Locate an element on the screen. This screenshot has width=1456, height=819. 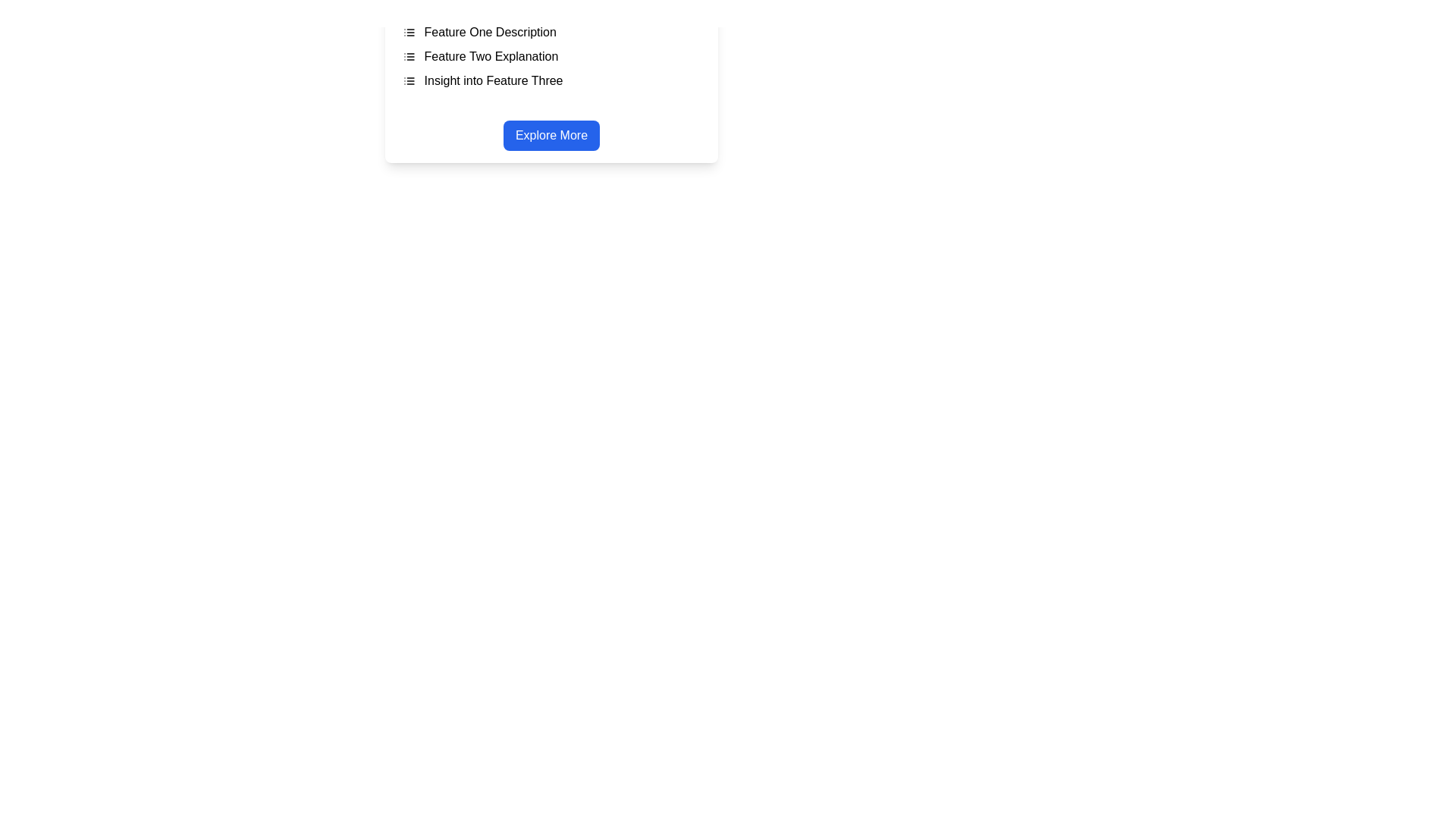
the text label displaying 'Feature One Description', which is the first item in a vertical list at the top of a box, located directly to the right of a small list indicator icon is located at coordinates (490, 32).